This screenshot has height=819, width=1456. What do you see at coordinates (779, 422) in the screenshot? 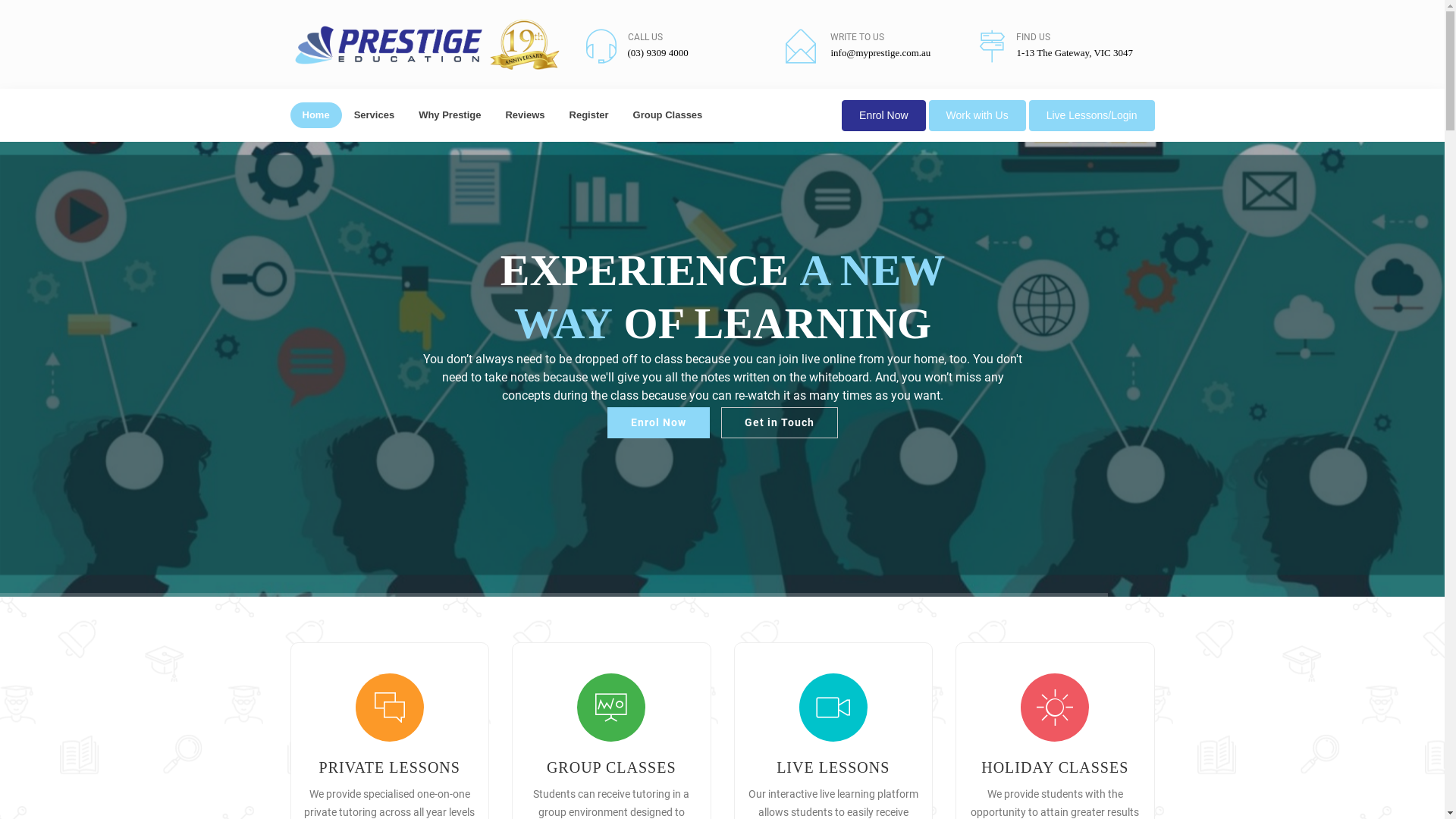
I see `'Get in Touch'` at bounding box center [779, 422].